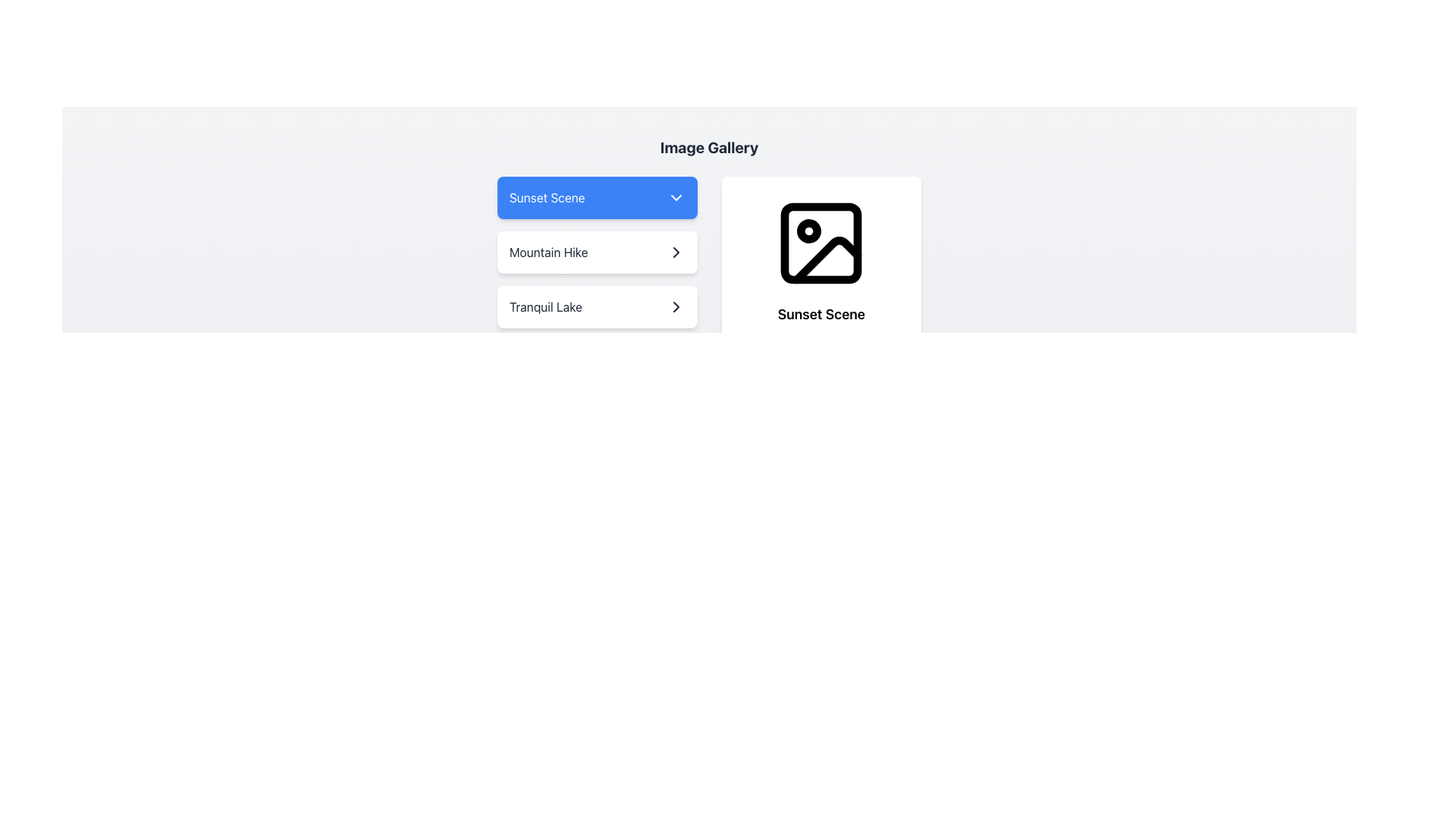  Describe the element at coordinates (546, 197) in the screenshot. I see `text content of the label 'Sunset Scene' which is styled with white text on a blue background and is the currently selected option within the dropdown menu` at that location.